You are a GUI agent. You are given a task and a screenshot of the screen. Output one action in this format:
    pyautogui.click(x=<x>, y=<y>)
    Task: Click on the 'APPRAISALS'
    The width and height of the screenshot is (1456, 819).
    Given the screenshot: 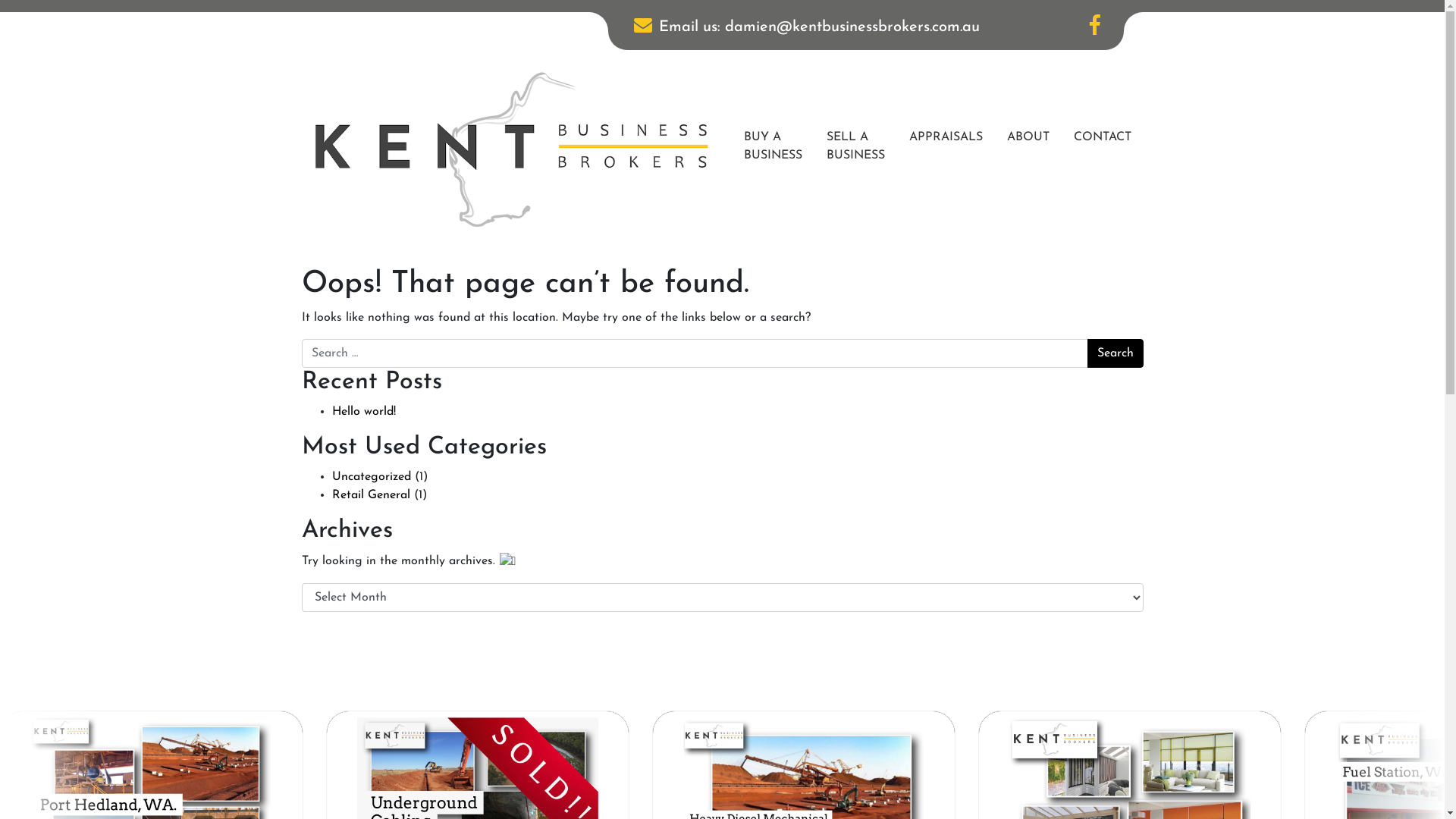 What is the action you would take?
    pyautogui.click(x=896, y=137)
    